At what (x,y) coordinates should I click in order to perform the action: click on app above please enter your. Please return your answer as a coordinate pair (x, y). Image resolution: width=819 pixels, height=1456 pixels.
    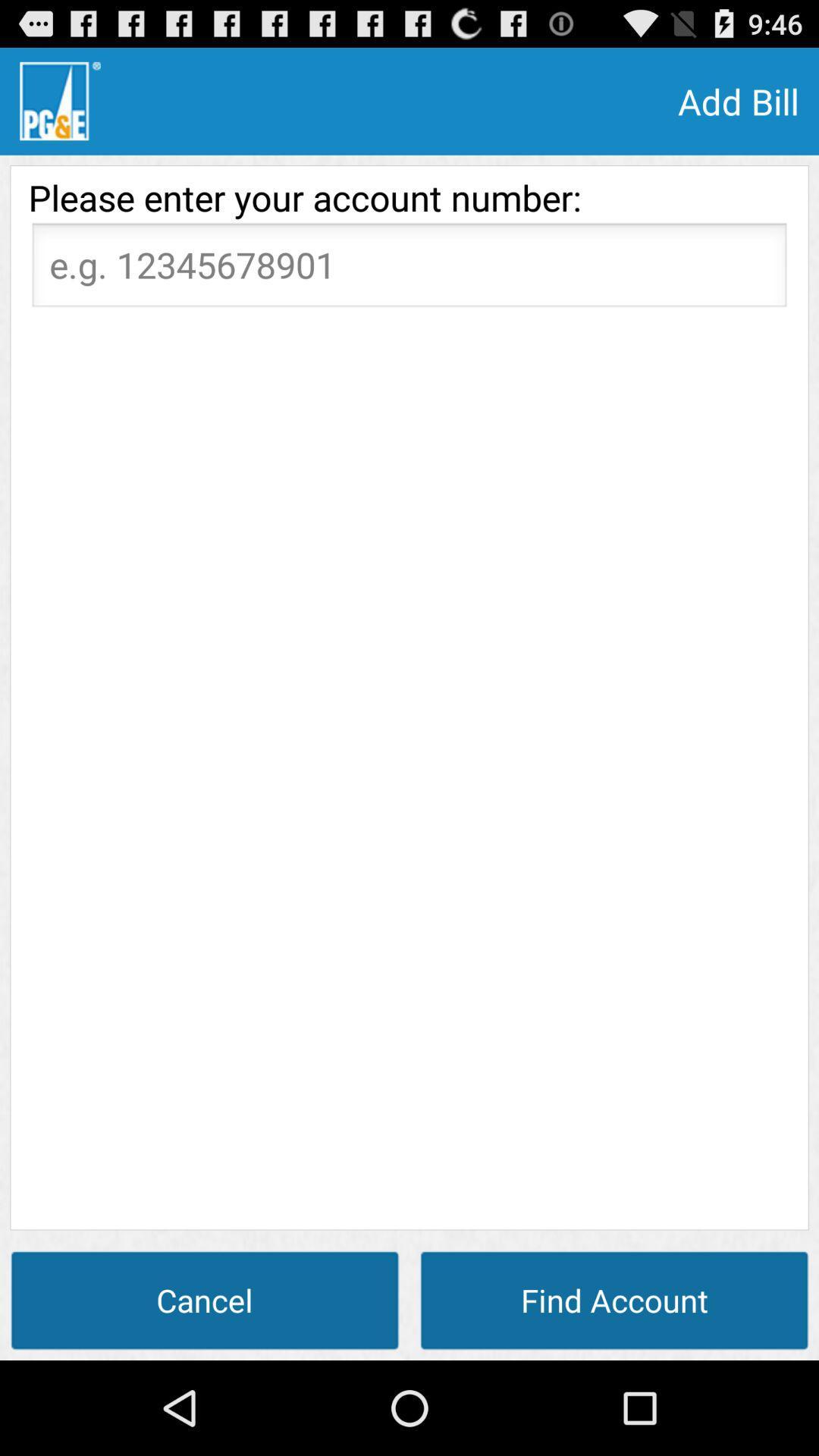
    Looking at the image, I should click on (59, 100).